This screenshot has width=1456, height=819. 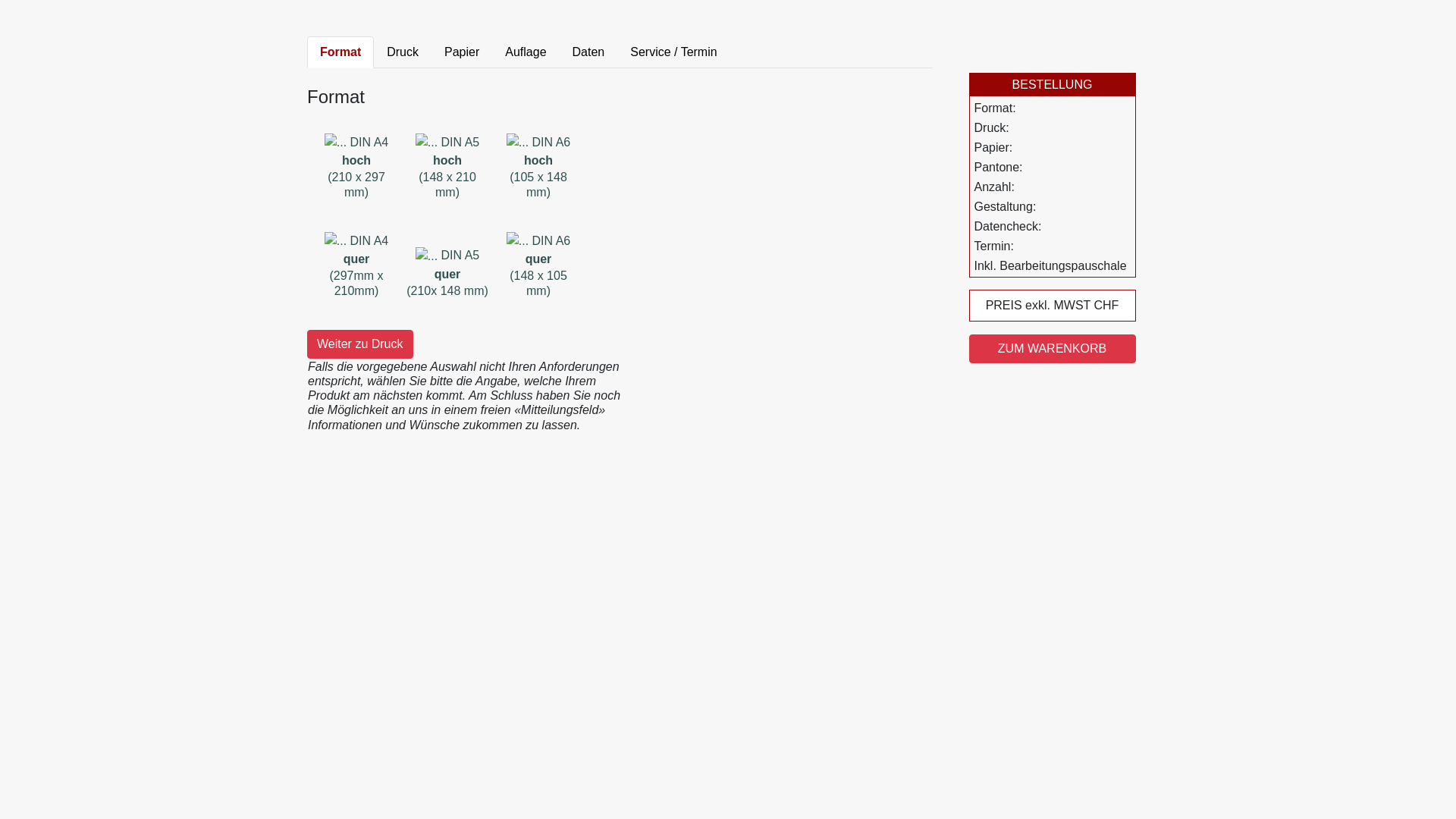 What do you see at coordinates (617, 52) in the screenshot?
I see `'Service / Termin'` at bounding box center [617, 52].